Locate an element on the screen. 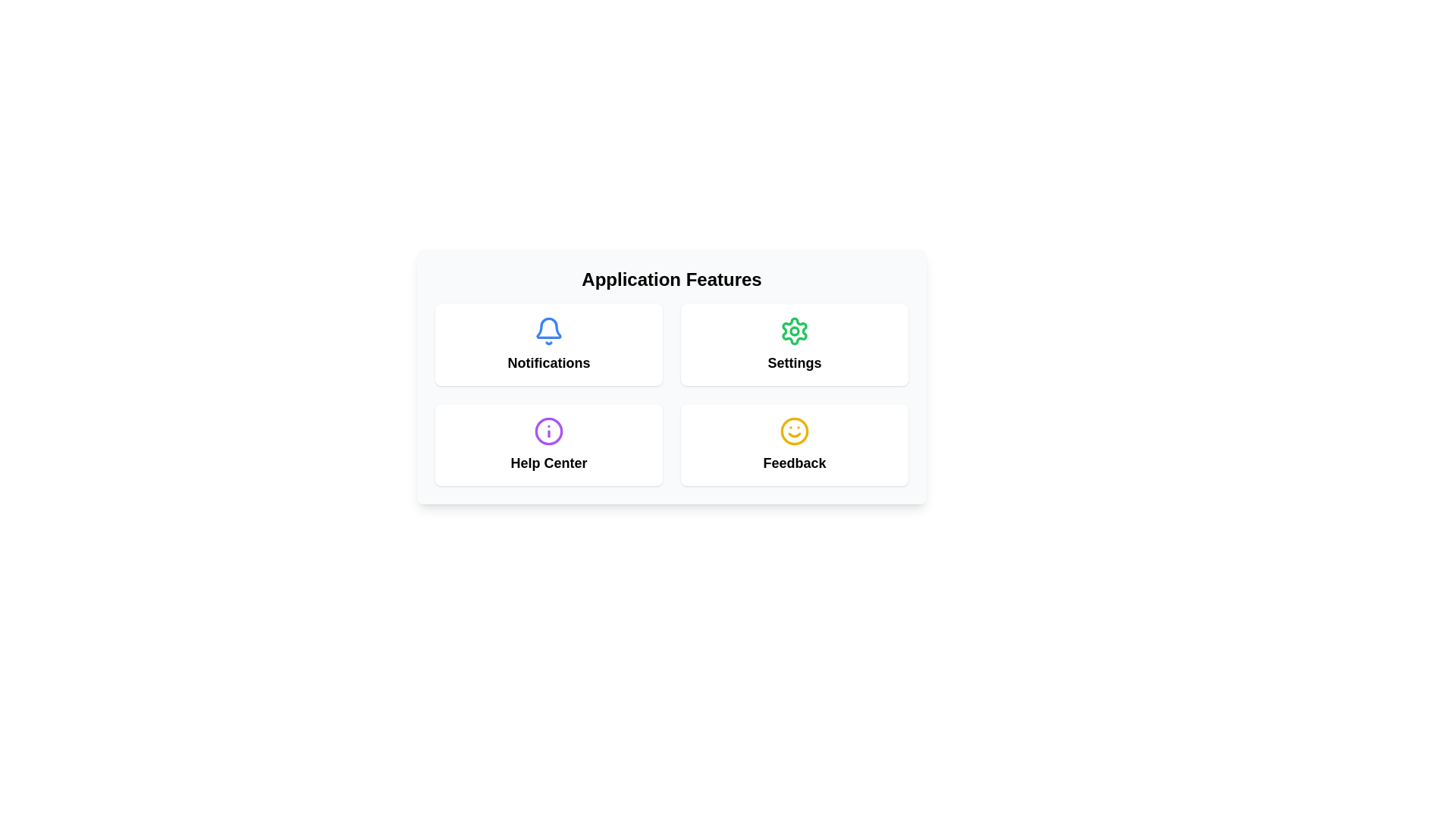 Image resolution: width=1456 pixels, height=819 pixels. the circular purple outlined icon with a small 'i' symbol in its center, located in the second row, first column of the grid under the 'Help Center' label is located at coordinates (548, 431).